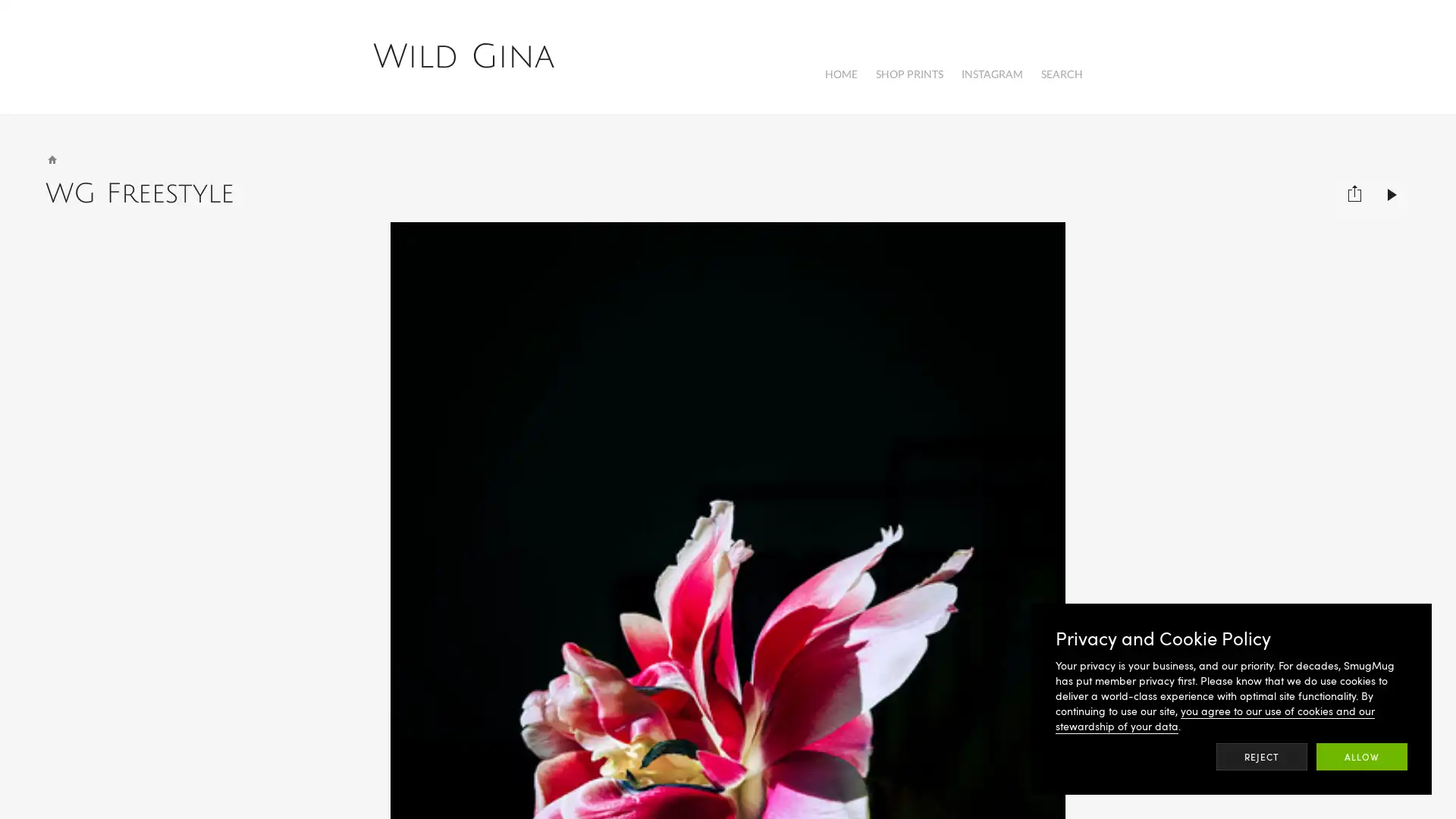  Describe the element at coordinates (1361, 757) in the screenshot. I see `ALLOW` at that location.